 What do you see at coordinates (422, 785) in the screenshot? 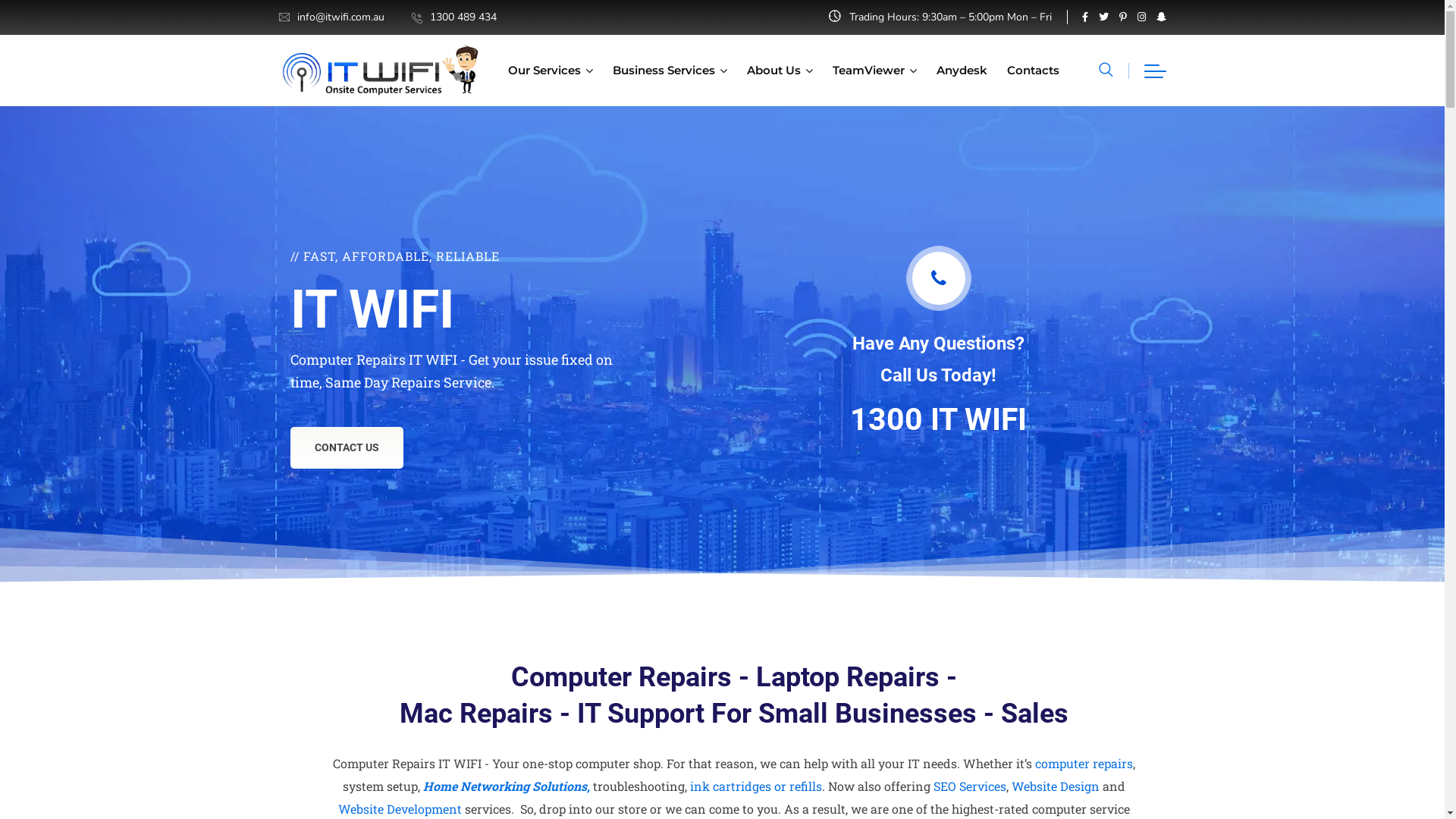
I see `'Home Networking Solutions,'` at bounding box center [422, 785].